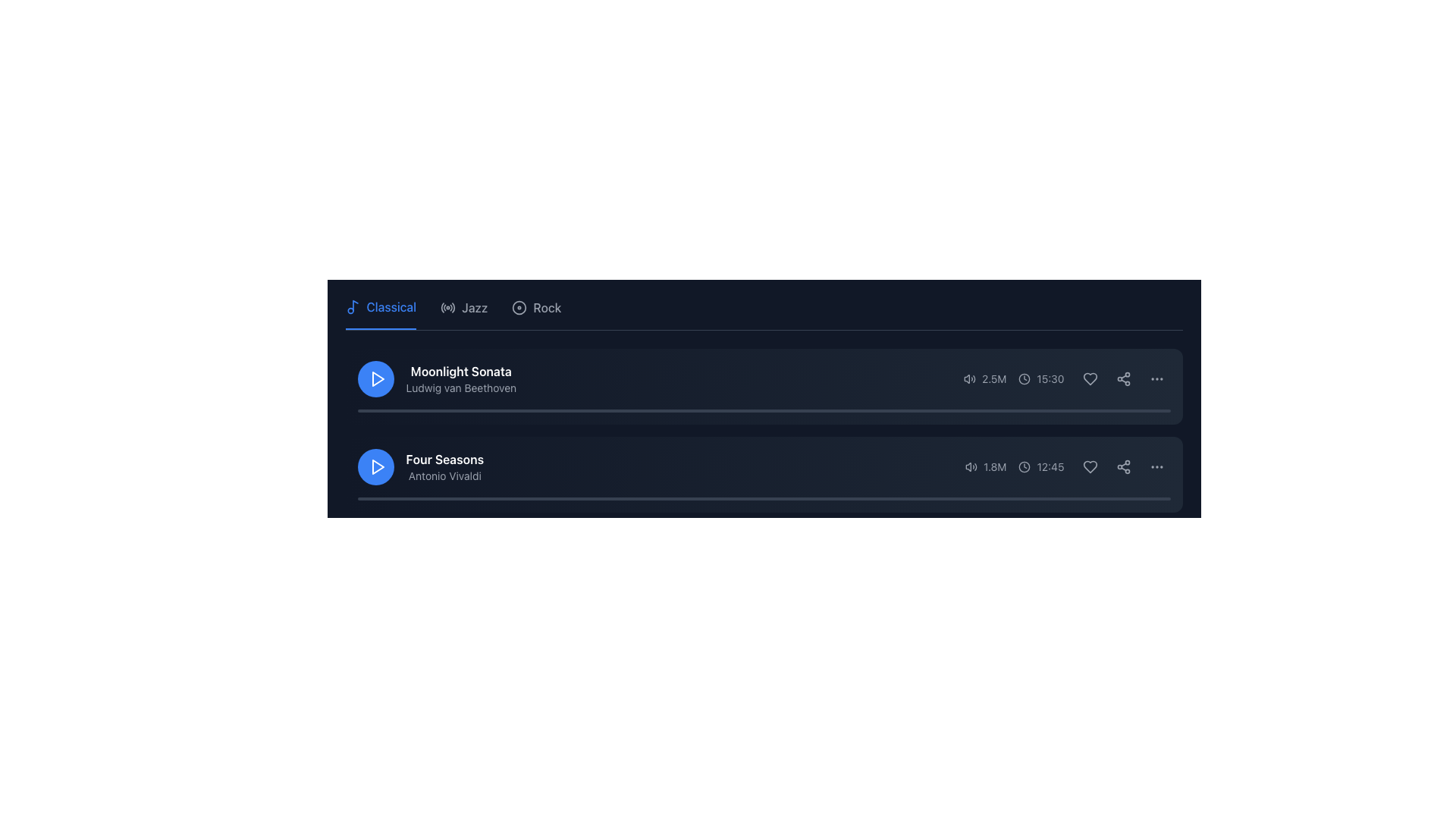 The width and height of the screenshot is (1456, 819). I want to click on the heart-shaped favorite button located in the row for the song 'Moonlight Sonata', so click(1089, 378).